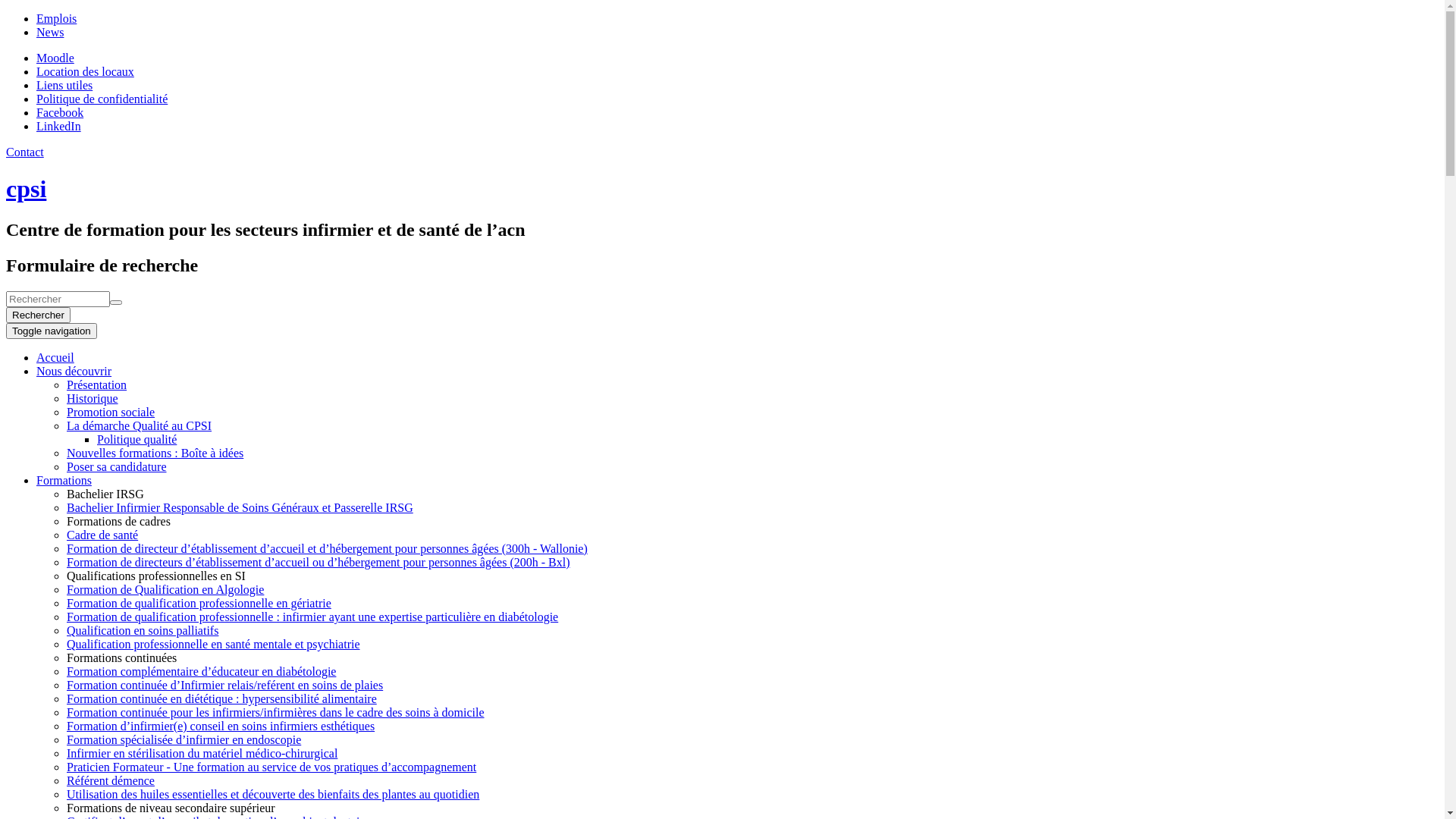  I want to click on 'Liens utiles', so click(64, 85).